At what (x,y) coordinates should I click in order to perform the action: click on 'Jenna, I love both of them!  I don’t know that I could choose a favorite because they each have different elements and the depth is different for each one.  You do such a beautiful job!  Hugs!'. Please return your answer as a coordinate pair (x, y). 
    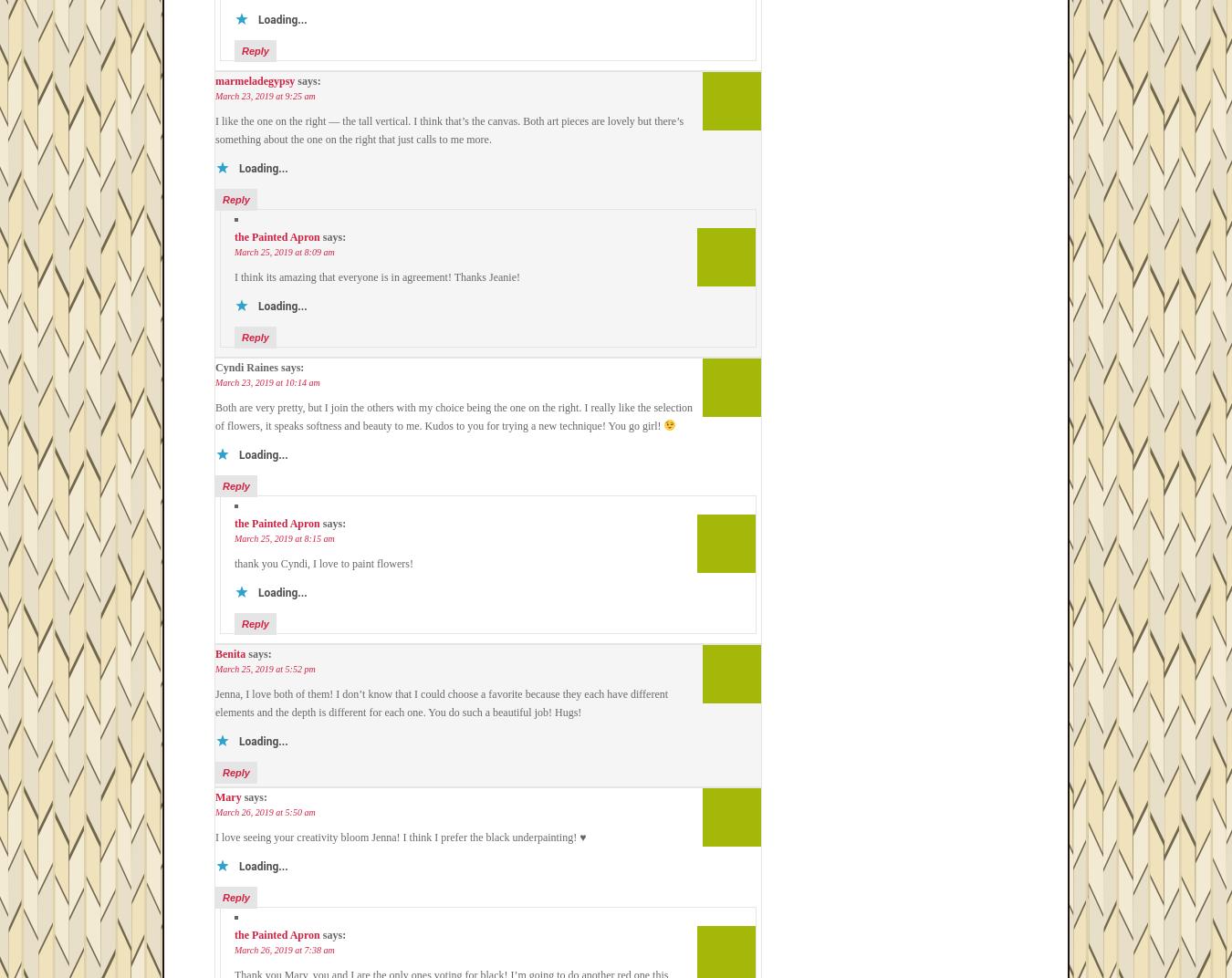
    Looking at the image, I should click on (440, 702).